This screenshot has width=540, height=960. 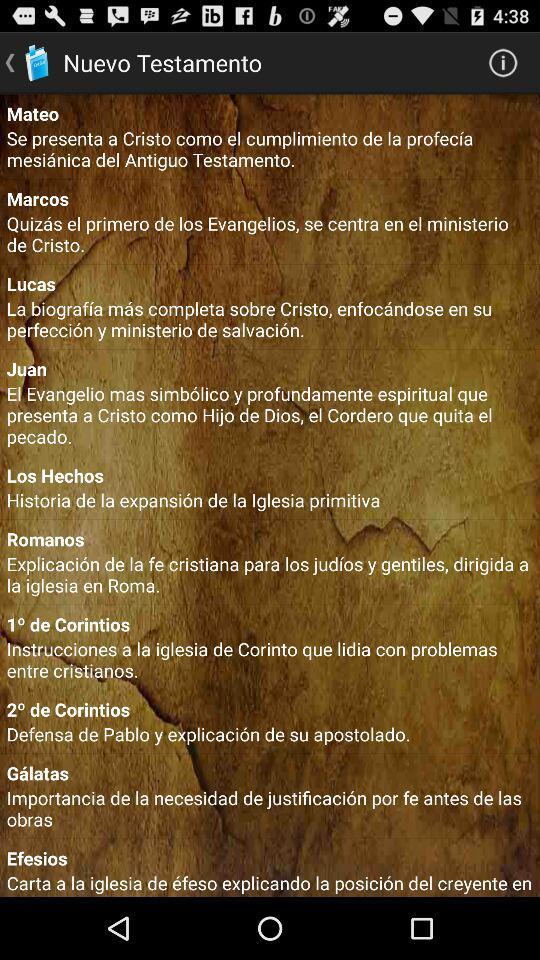 What do you see at coordinates (270, 475) in the screenshot?
I see `item below the el evangelio mas item` at bounding box center [270, 475].